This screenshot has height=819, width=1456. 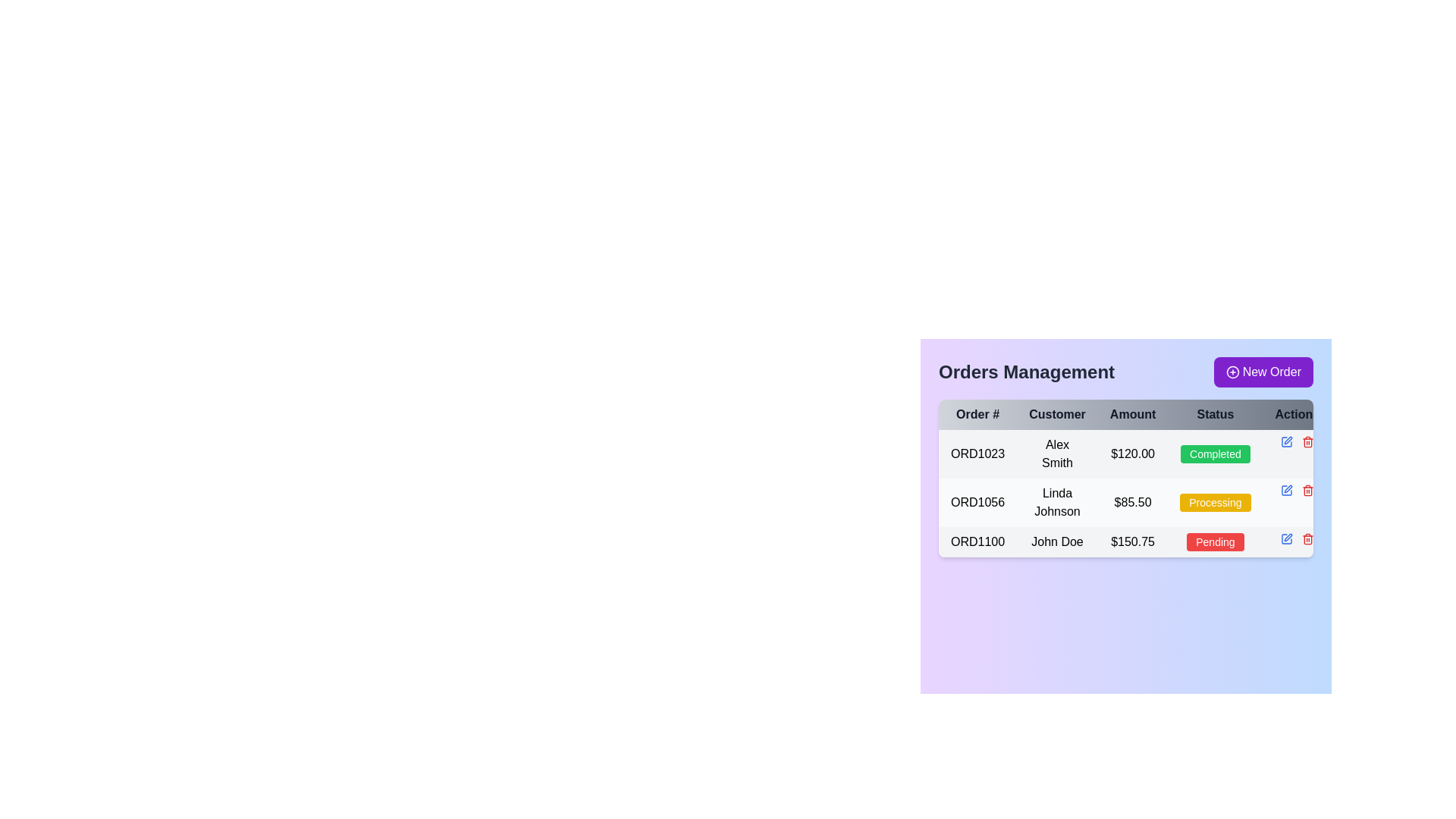 I want to click on the red trashcan icon button that symbolizes deletion, located within the action icons of the order management table next to order 'ORD1056', so click(x=1307, y=491).